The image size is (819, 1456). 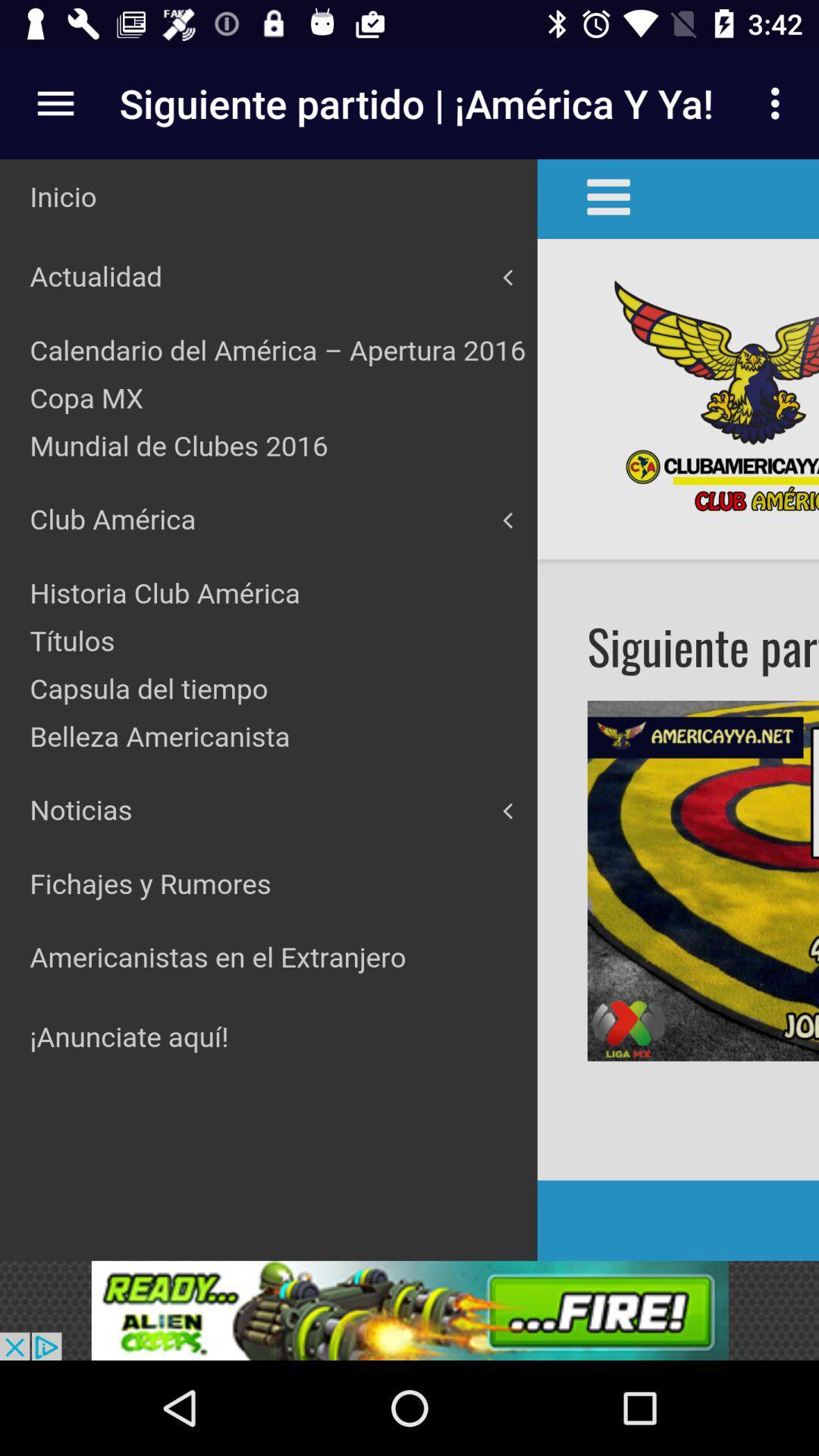 I want to click on alien creeps advertisement, so click(x=409, y=1310).